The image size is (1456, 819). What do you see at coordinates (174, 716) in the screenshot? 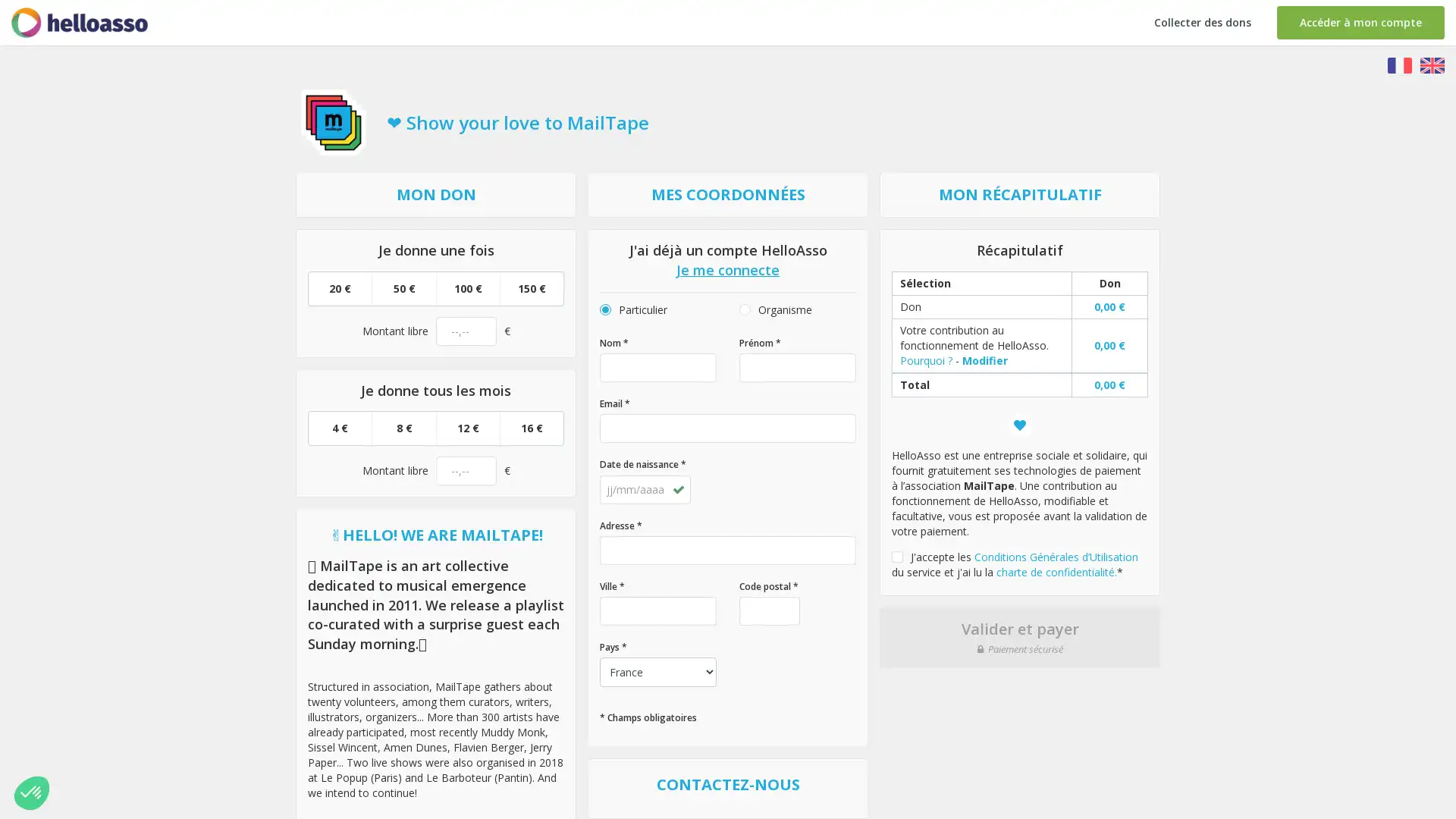
I see `Consentements certifies par` at bounding box center [174, 716].